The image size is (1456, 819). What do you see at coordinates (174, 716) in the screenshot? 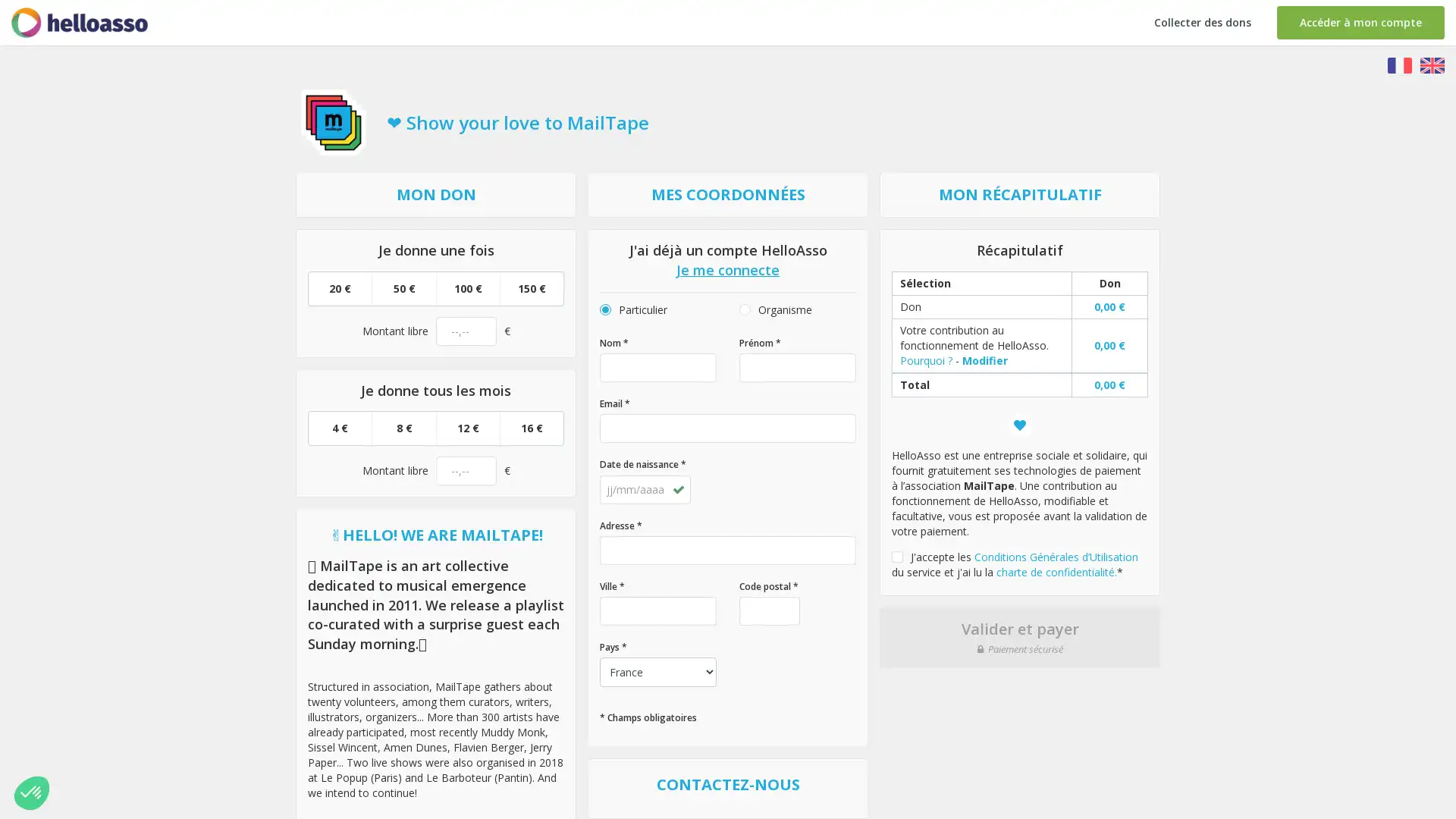
I see `Consentements certifies par` at bounding box center [174, 716].